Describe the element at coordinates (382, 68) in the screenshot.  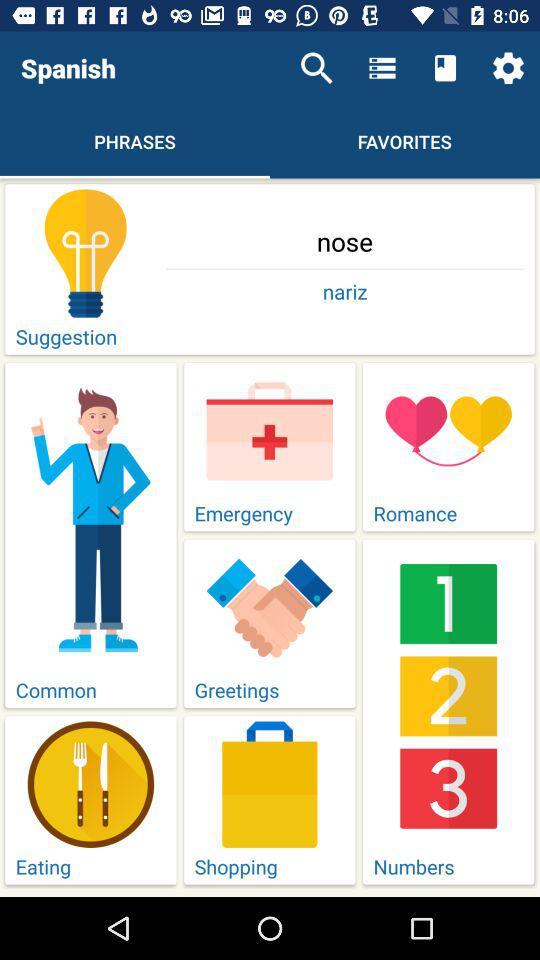
I see `the icon above the favorites item` at that location.